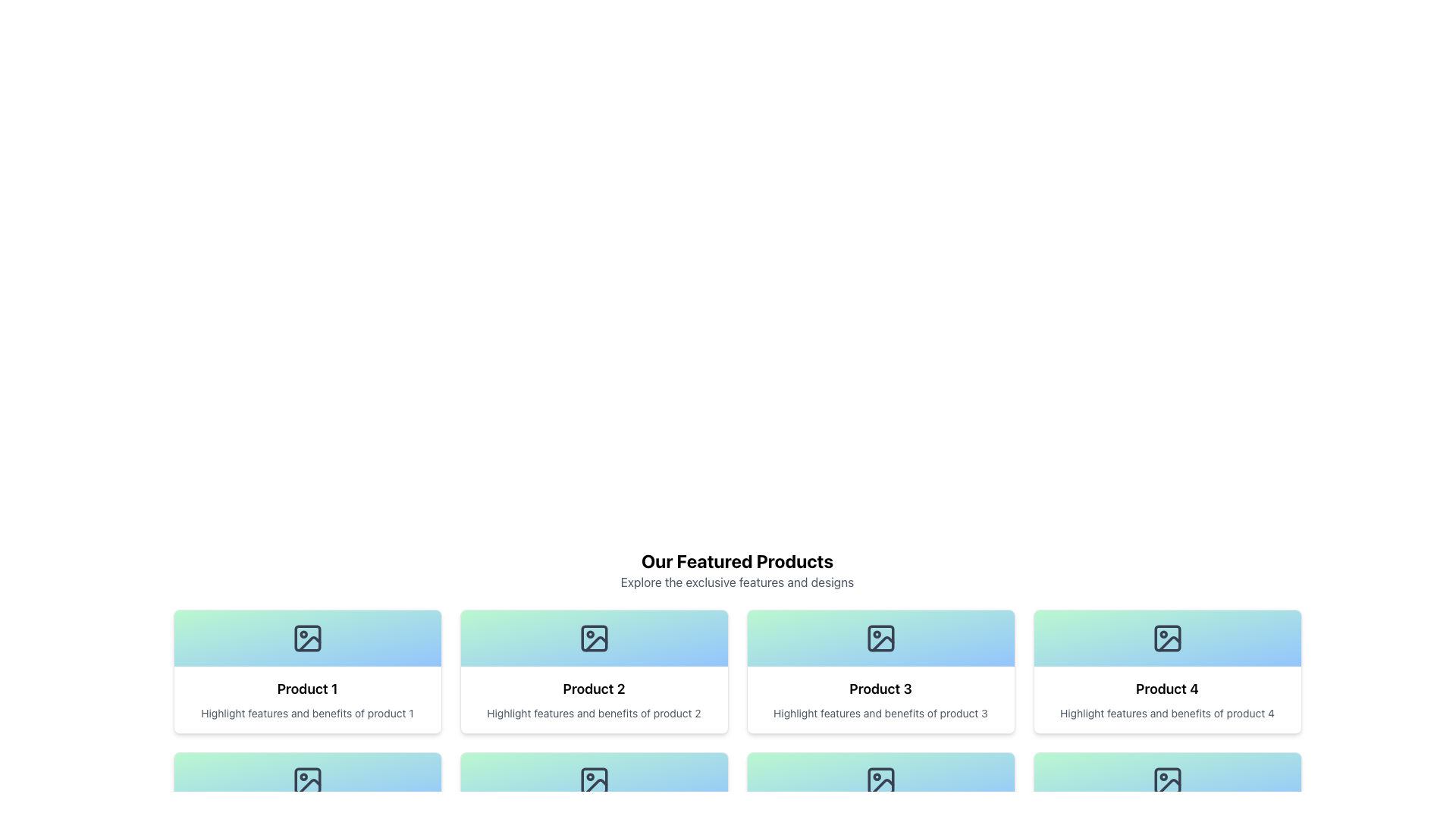 The height and width of the screenshot is (819, 1456). What do you see at coordinates (880, 699) in the screenshot?
I see `the text block titled 'Product 3' which features a subtitle about its benefits, located in the third card of the top row` at bounding box center [880, 699].